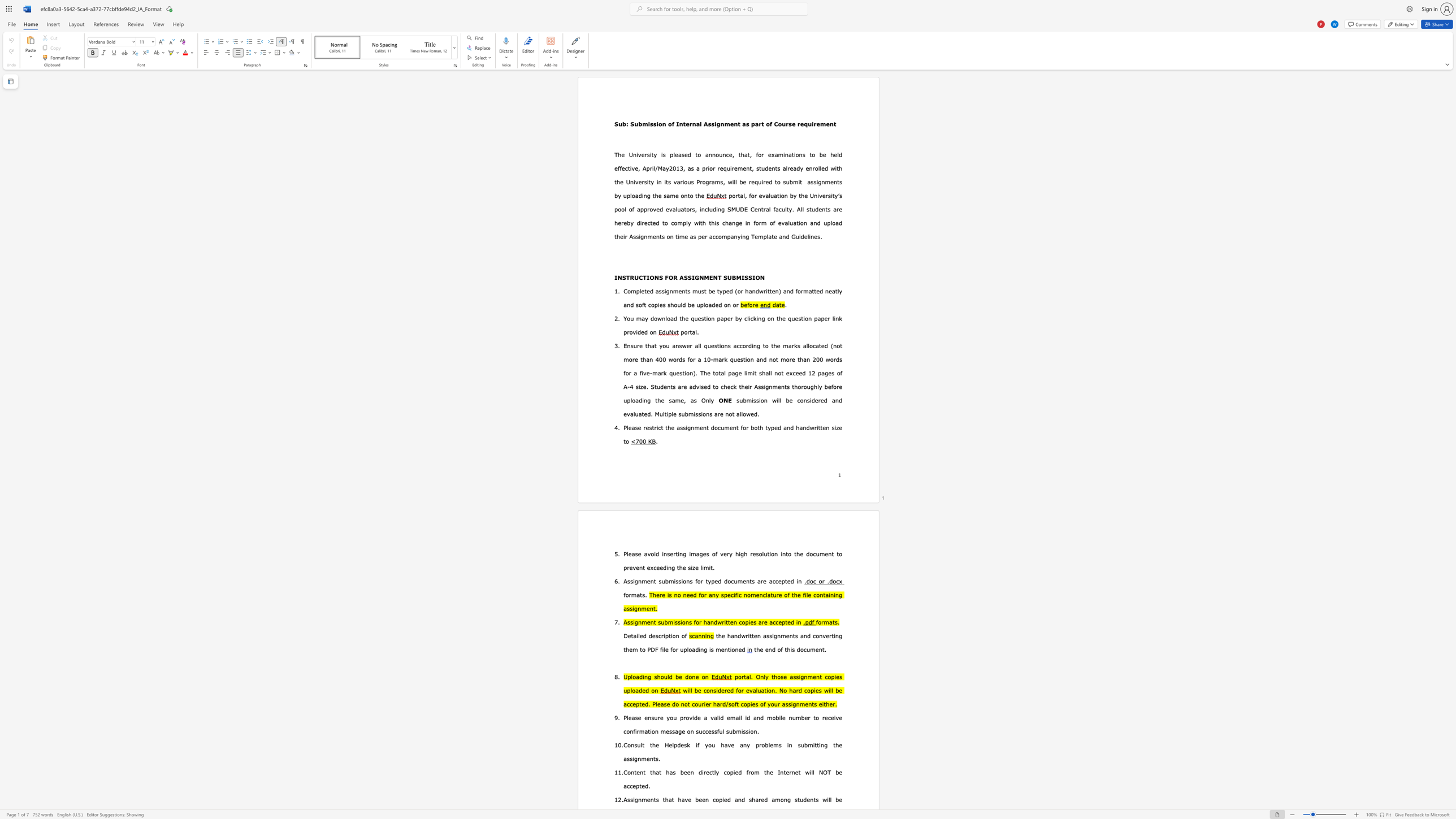 This screenshot has height=819, width=1456. What do you see at coordinates (787, 553) in the screenshot?
I see `the subset text "o the document t" within the text "resolution into the document to"` at bounding box center [787, 553].